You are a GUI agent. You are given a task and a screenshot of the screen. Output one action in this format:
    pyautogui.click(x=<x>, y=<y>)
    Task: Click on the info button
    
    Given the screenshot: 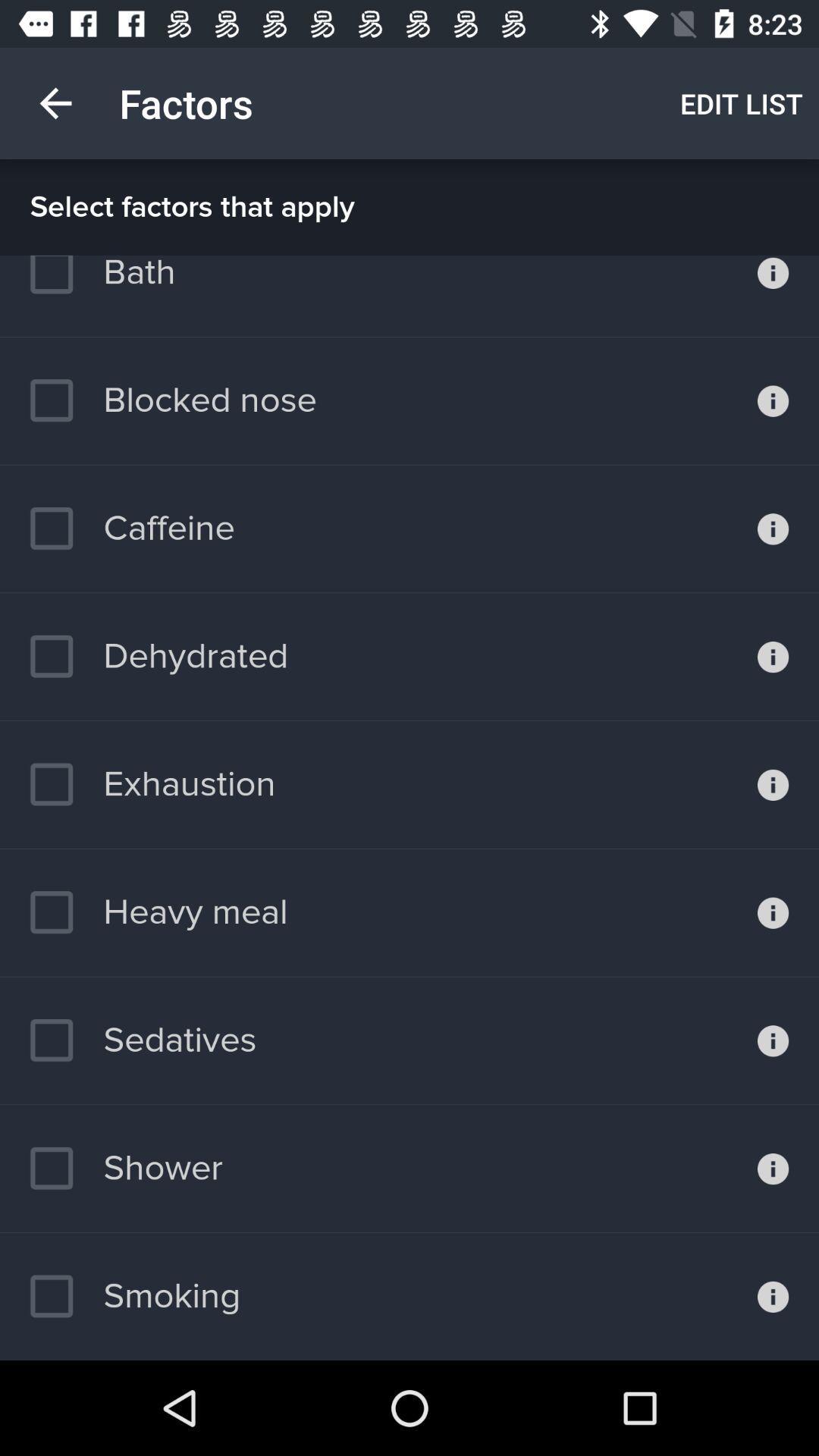 What is the action you would take?
    pyautogui.click(x=773, y=785)
    